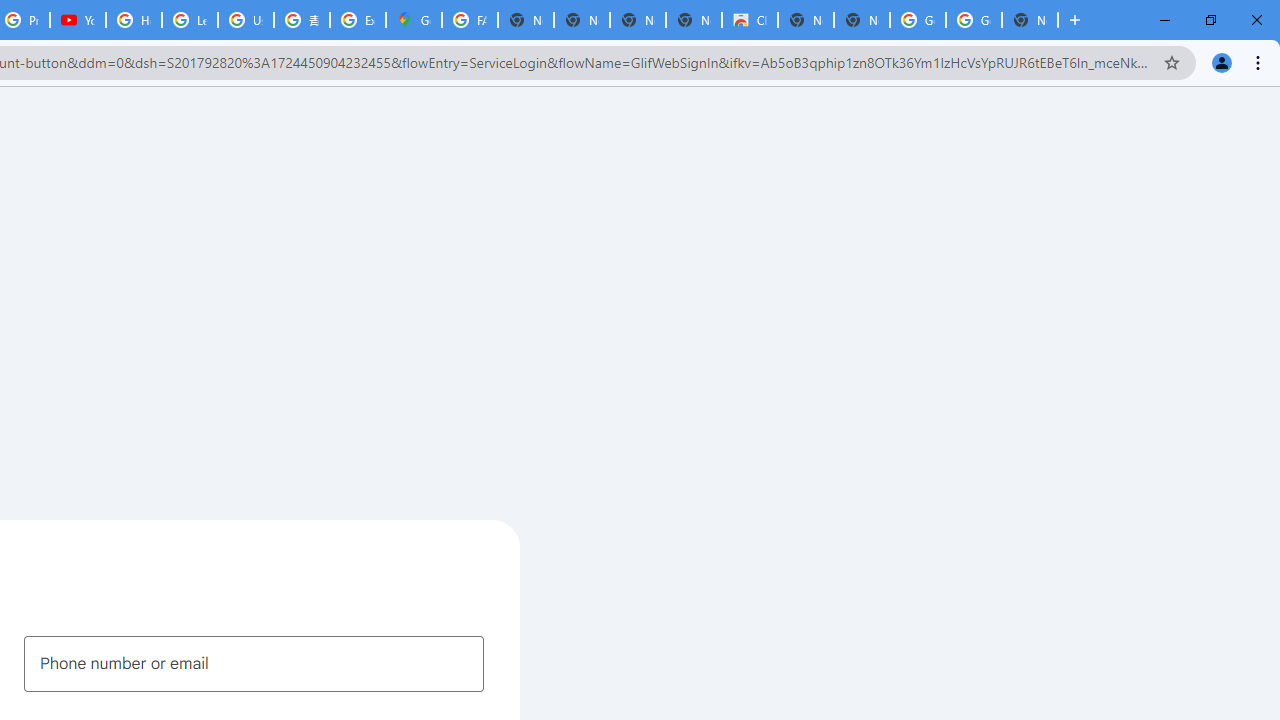 The image size is (1280, 720). I want to click on 'New Tab', so click(1030, 20).